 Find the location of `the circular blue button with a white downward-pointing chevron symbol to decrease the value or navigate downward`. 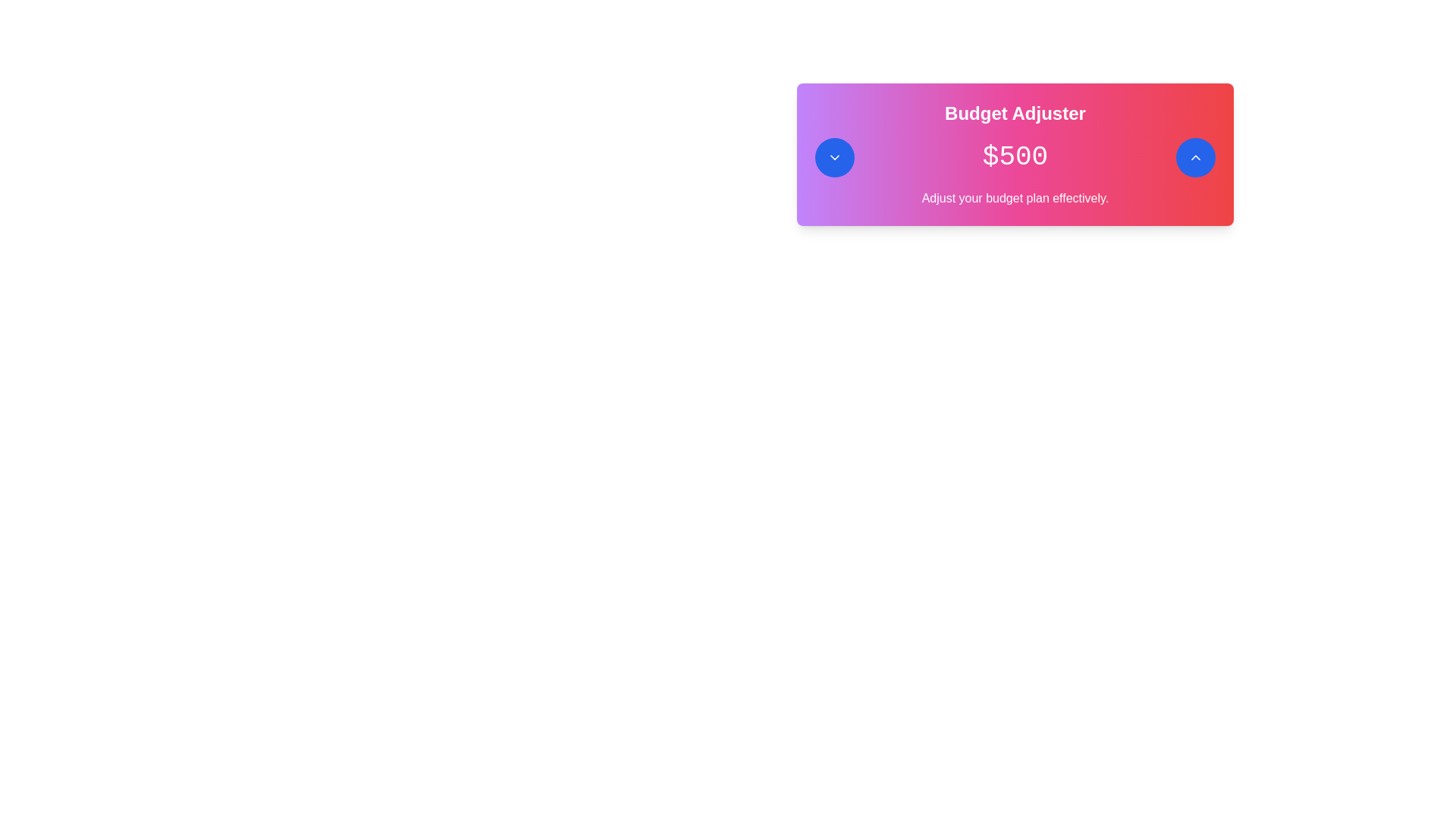

the circular blue button with a white downward-pointing chevron symbol to decrease the value or navigate downward is located at coordinates (833, 158).